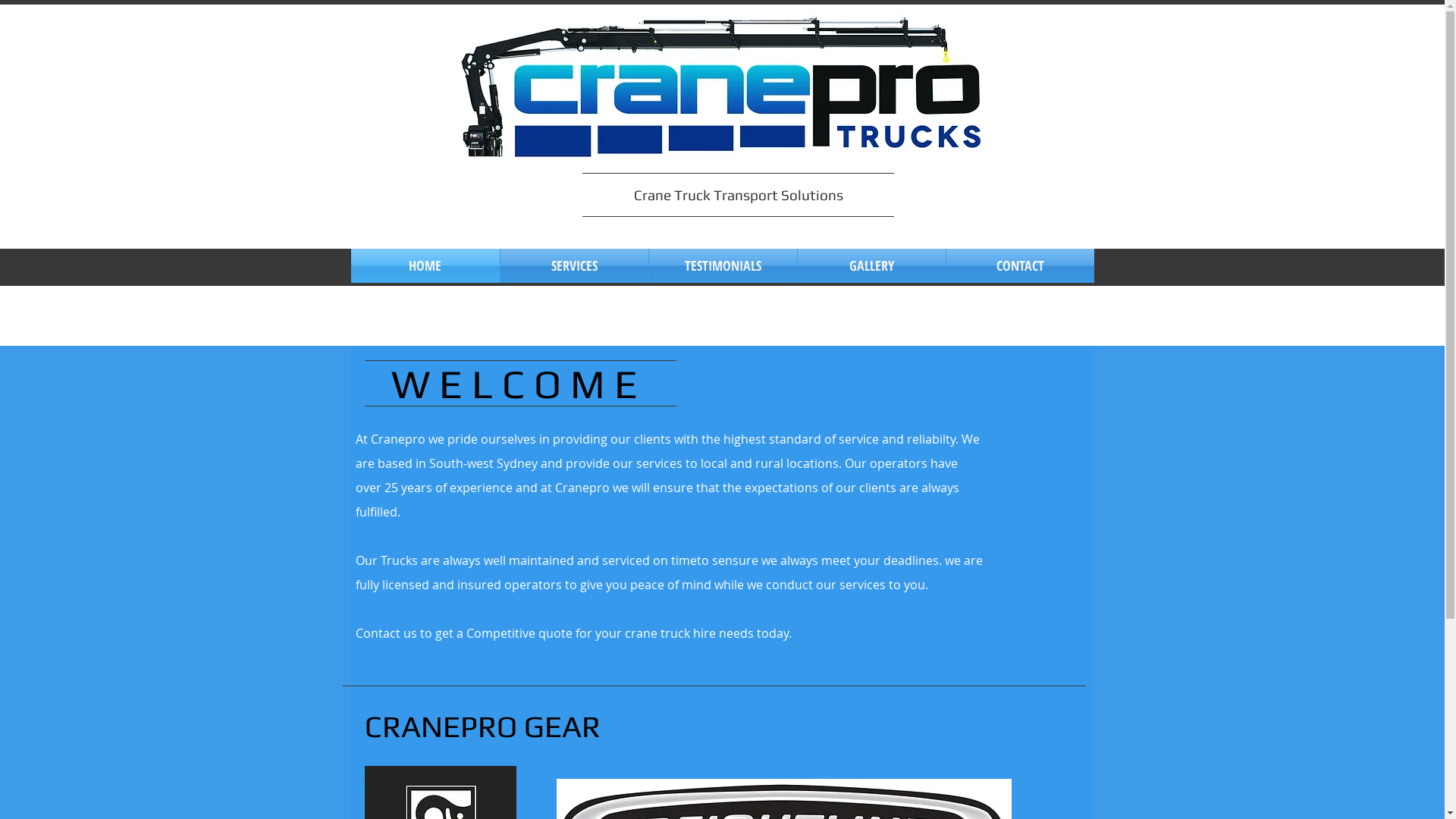  Describe the element at coordinates (1020, 265) in the screenshot. I see `'CONTACT'` at that location.